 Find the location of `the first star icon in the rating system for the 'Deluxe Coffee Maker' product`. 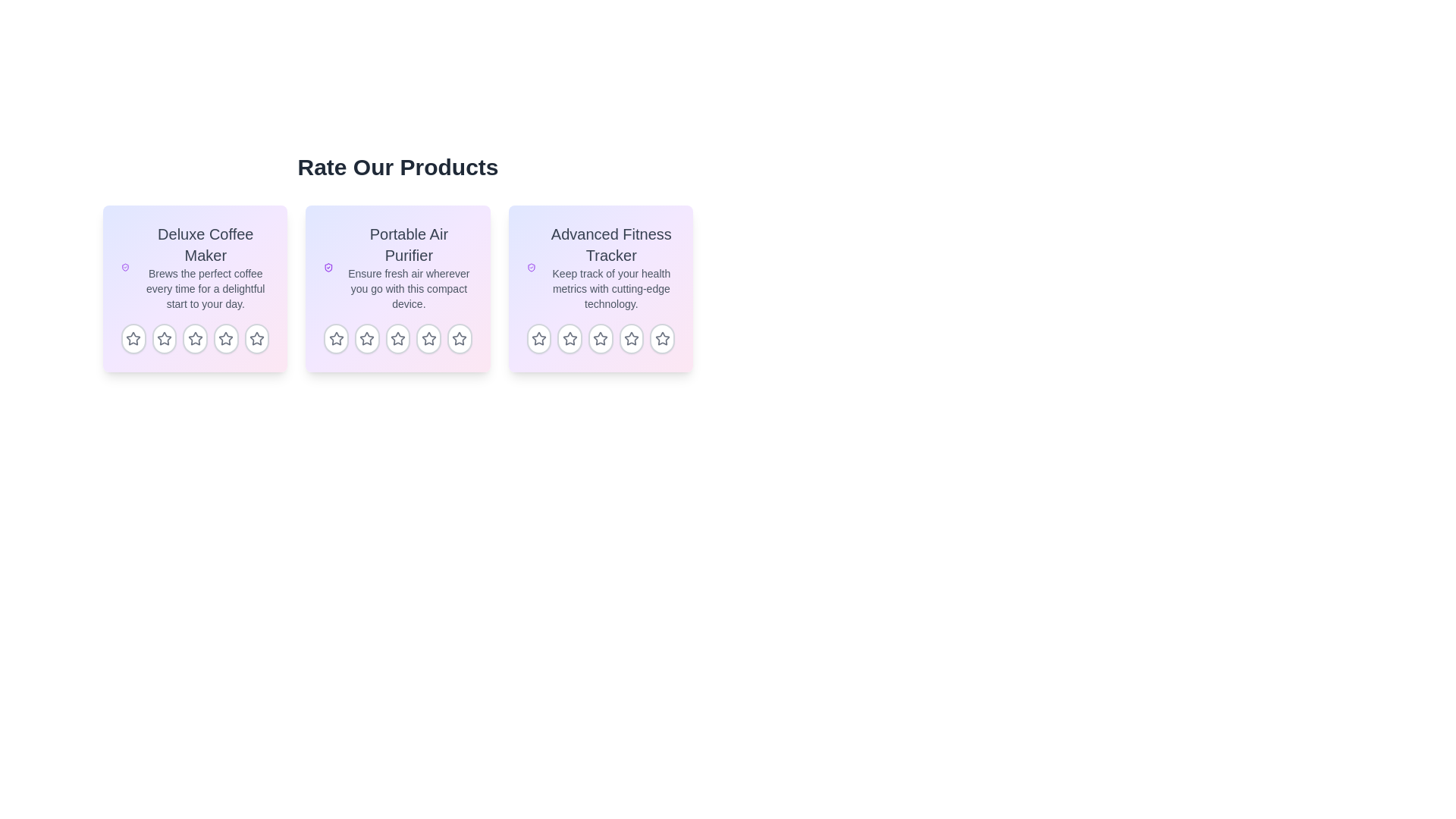

the first star icon in the rating system for the 'Deluxe Coffee Maker' product is located at coordinates (164, 338).